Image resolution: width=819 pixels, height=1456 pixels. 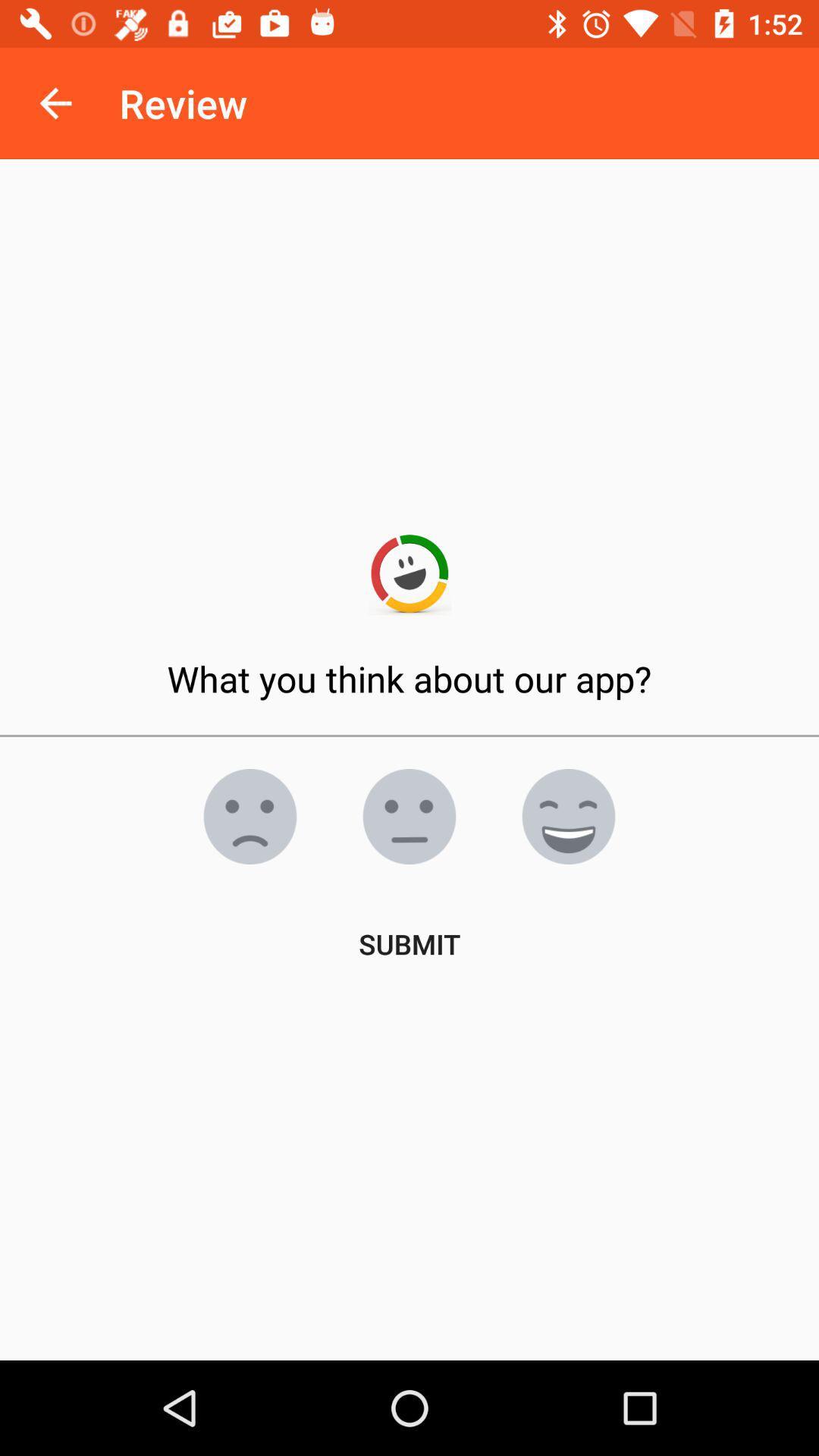 What do you see at coordinates (249, 815) in the screenshot?
I see `the item above the submit item` at bounding box center [249, 815].